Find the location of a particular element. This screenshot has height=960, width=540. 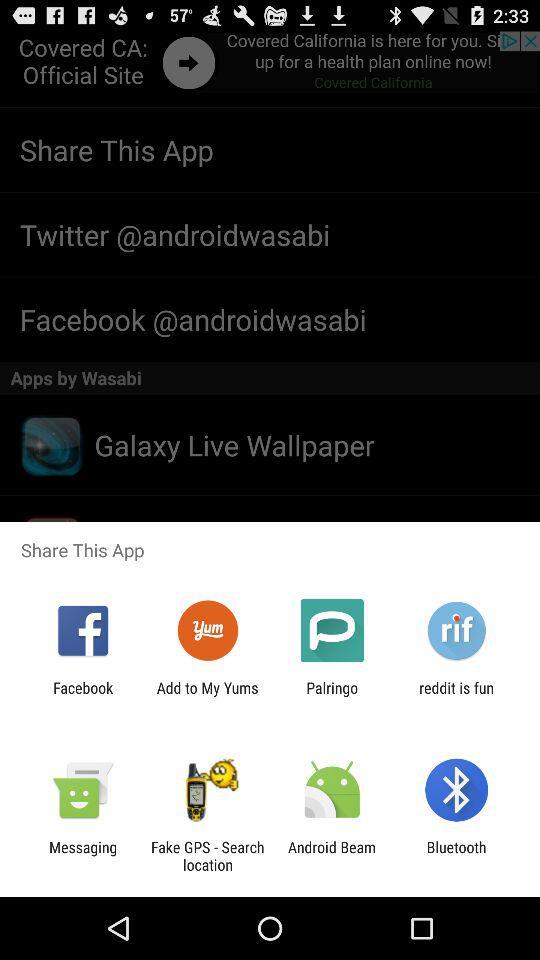

the icon next to the fake gps search app is located at coordinates (82, 855).